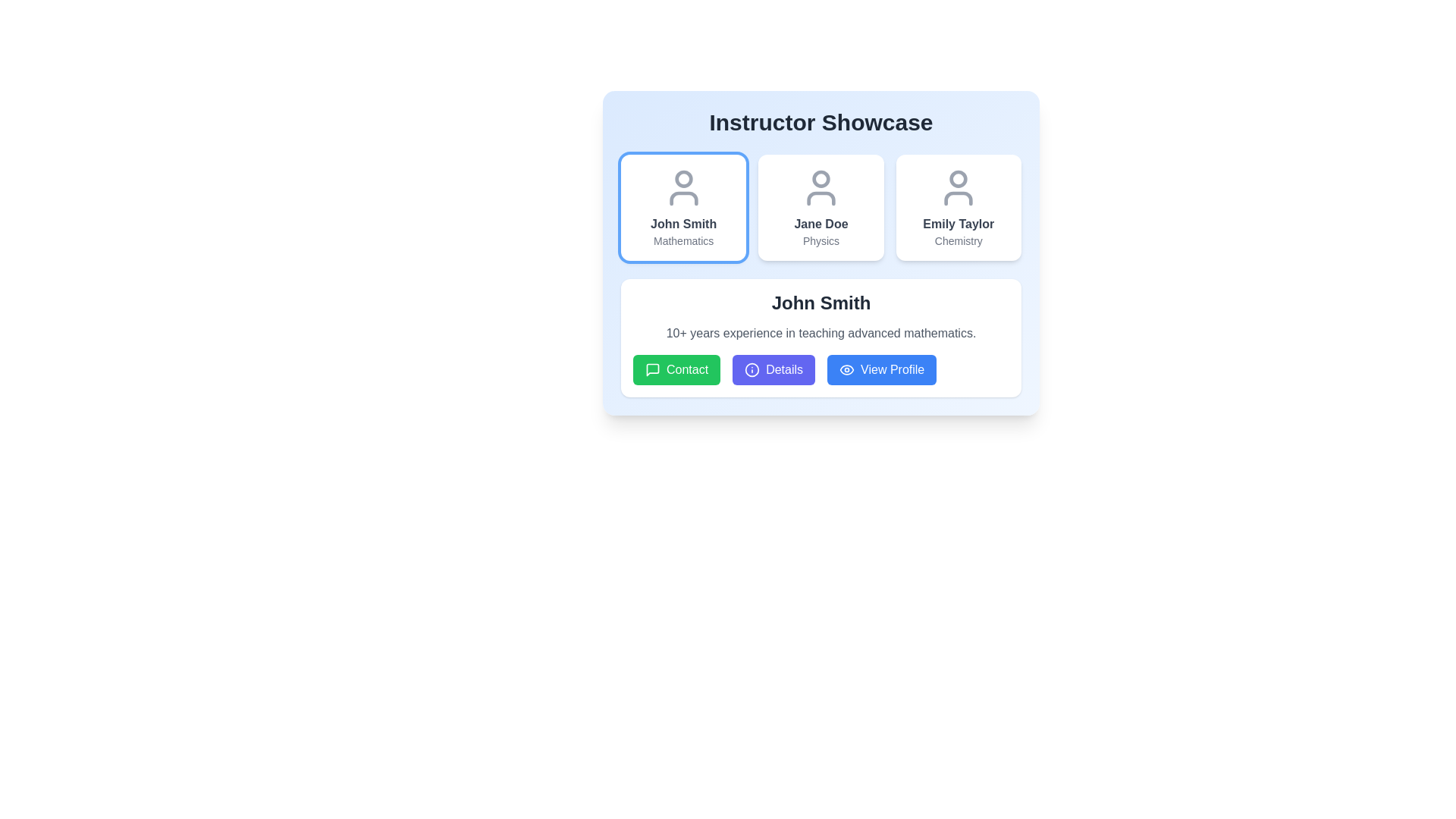 The height and width of the screenshot is (819, 1456). Describe the element at coordinates (958, 187) in the screenshot. I see `the user silhouette icon in the 'Instructor Showcase' section, which is above the text 'Emily Taylor' and 'Chemistry'` at that location.